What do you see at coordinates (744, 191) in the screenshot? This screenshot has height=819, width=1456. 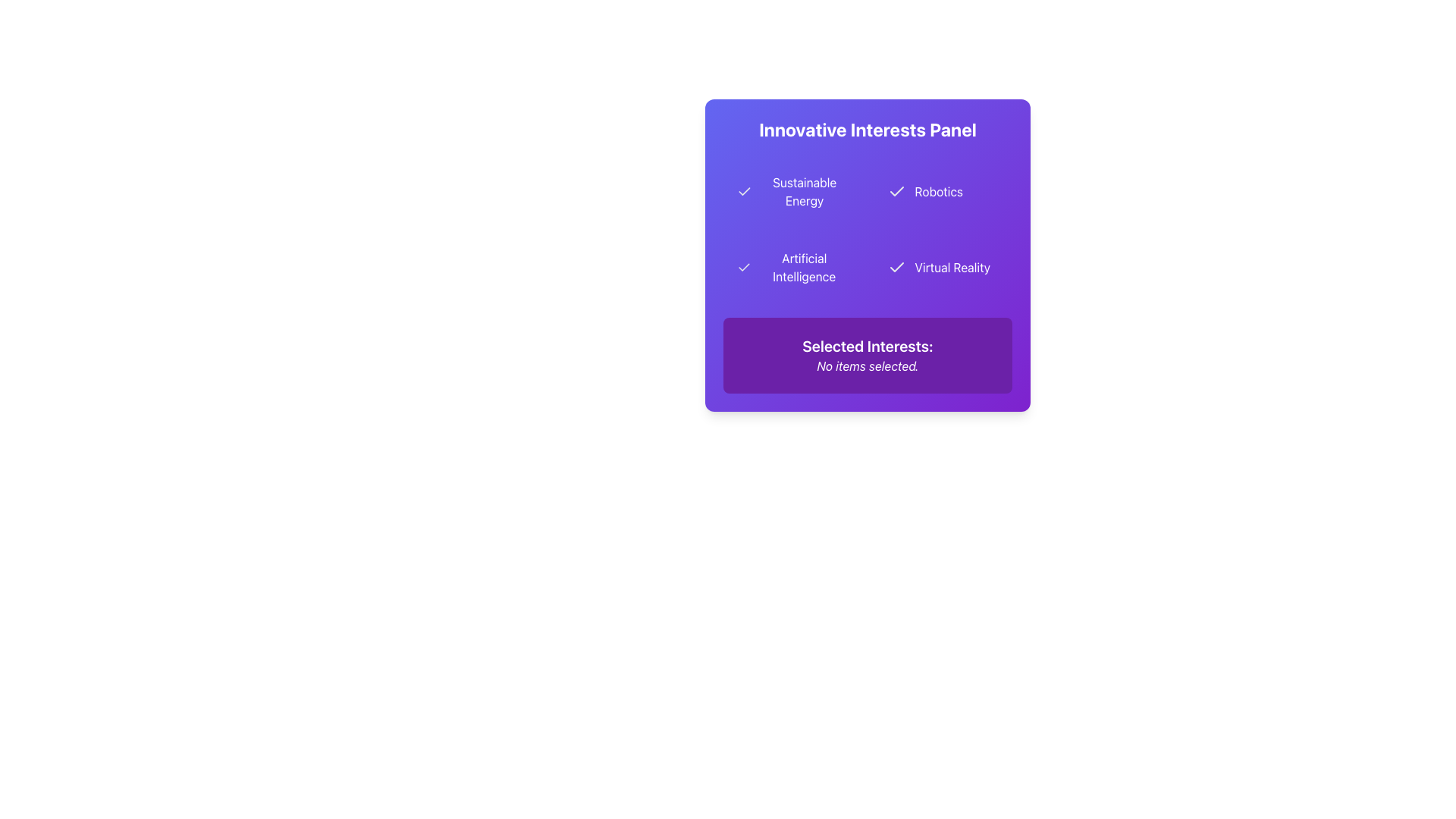 I see `the state of the checkmark icon indicating the selection of the 'Sustainable Energy' option in the panel` at bounding box center [744, 191].